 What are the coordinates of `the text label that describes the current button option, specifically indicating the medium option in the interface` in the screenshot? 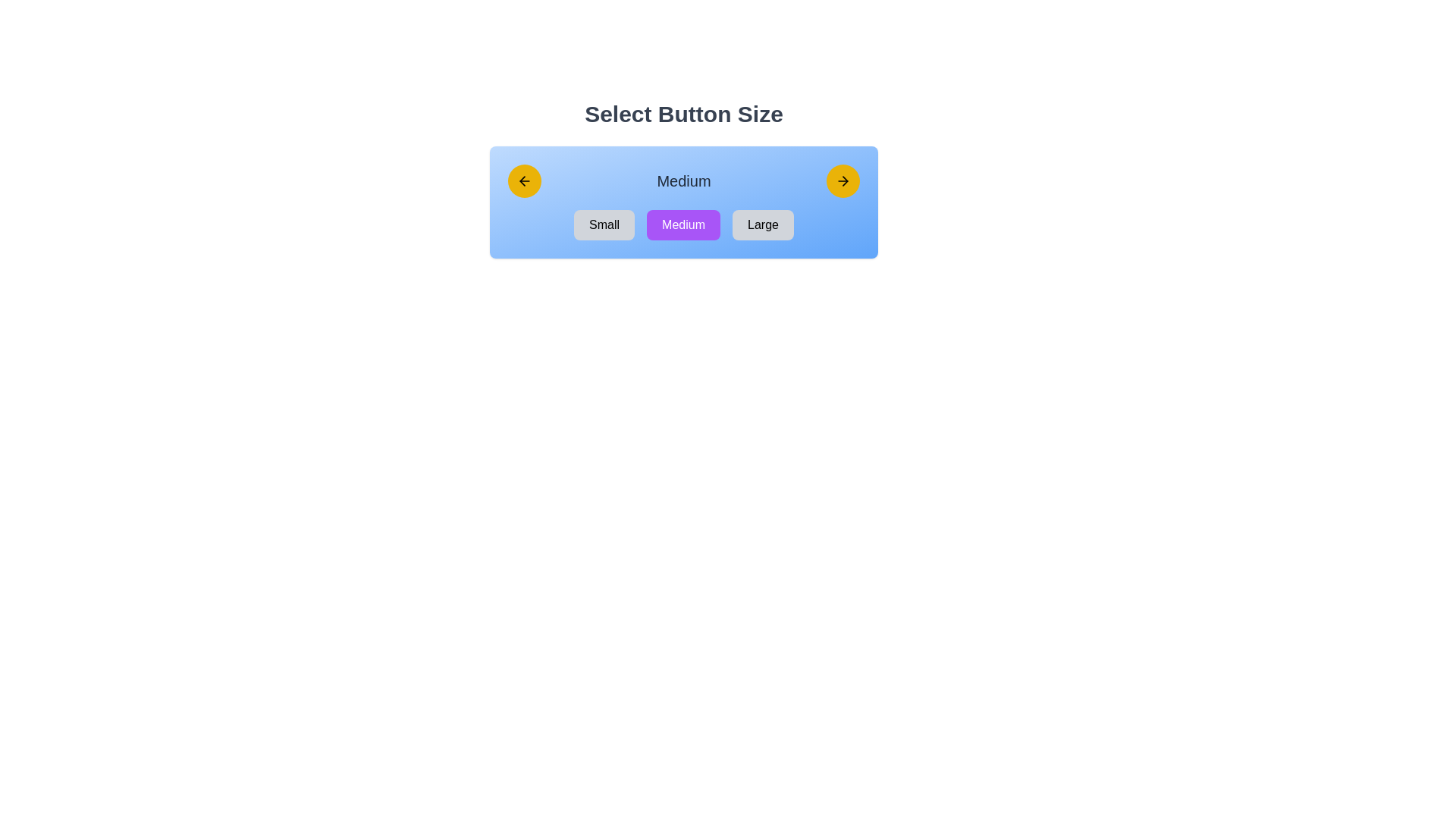 It's located at (683, 180).